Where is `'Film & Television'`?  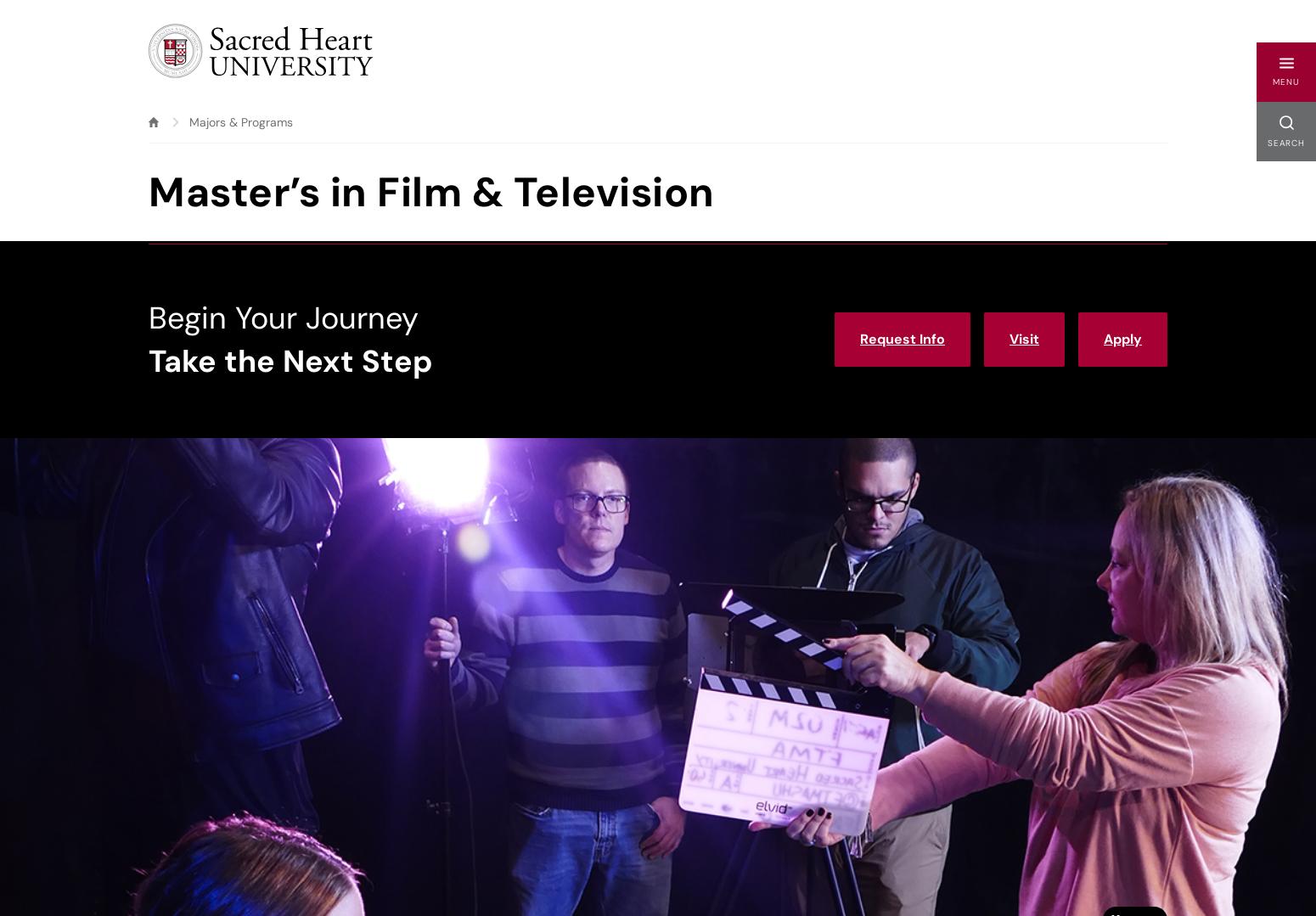 'Film & Television' is located at coordinates (267, 121).